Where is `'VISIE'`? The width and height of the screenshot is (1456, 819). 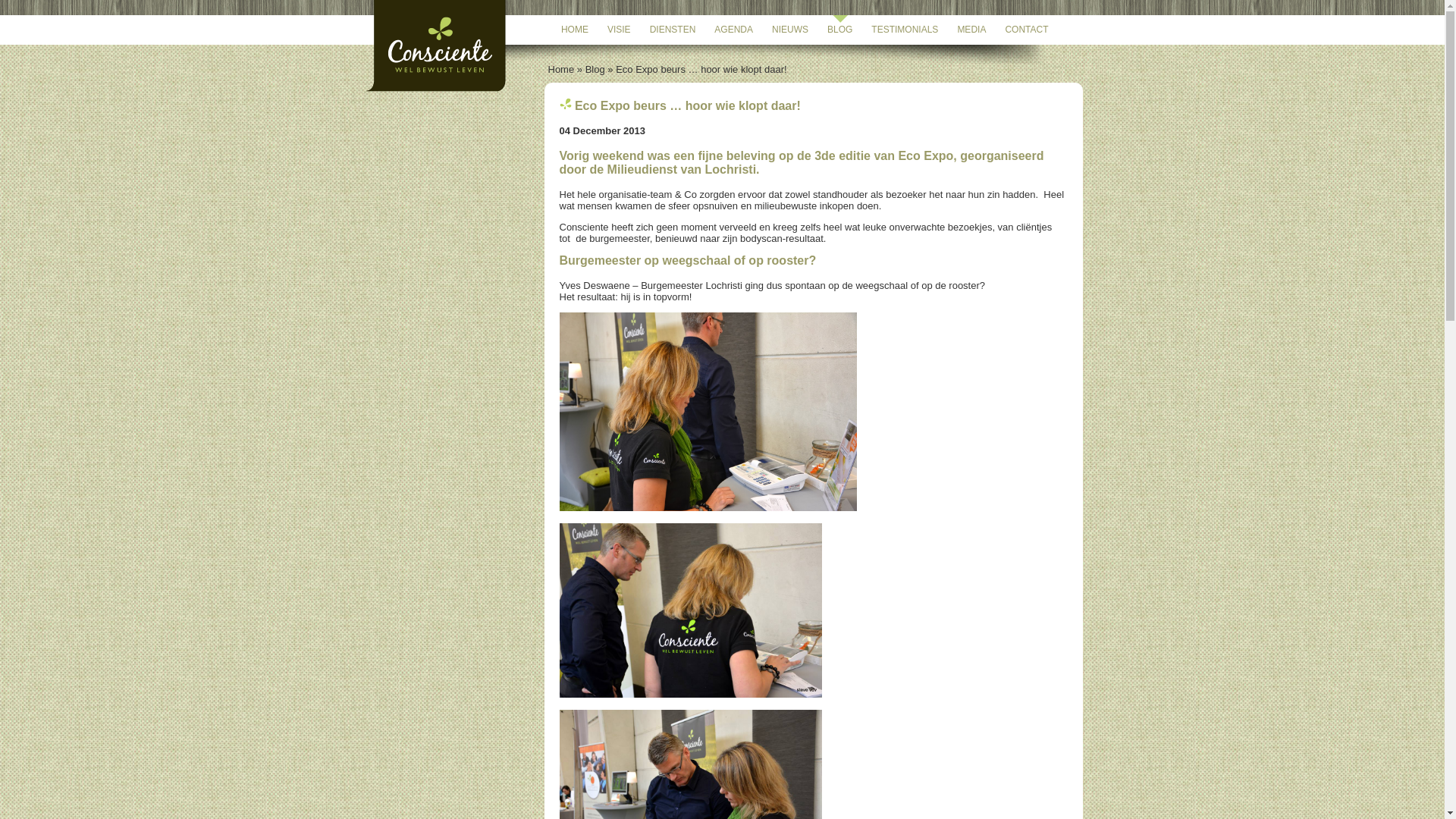
'VISIE' is located at coordinates (619, 30).